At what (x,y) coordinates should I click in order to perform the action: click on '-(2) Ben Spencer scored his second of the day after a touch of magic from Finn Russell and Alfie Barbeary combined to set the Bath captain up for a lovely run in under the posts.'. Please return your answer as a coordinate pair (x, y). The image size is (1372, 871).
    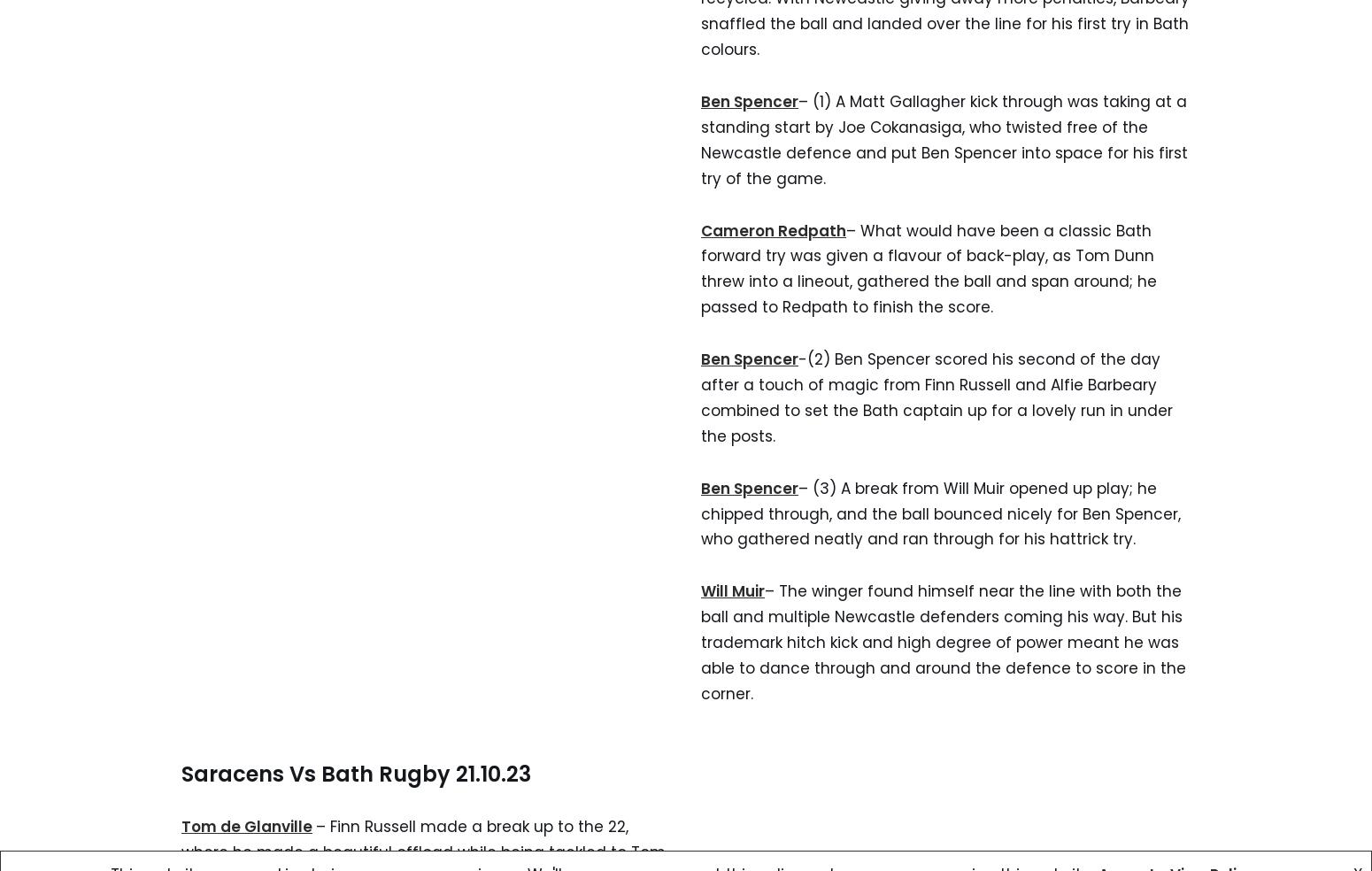
    Looking at the image, I should click on (937, 397).